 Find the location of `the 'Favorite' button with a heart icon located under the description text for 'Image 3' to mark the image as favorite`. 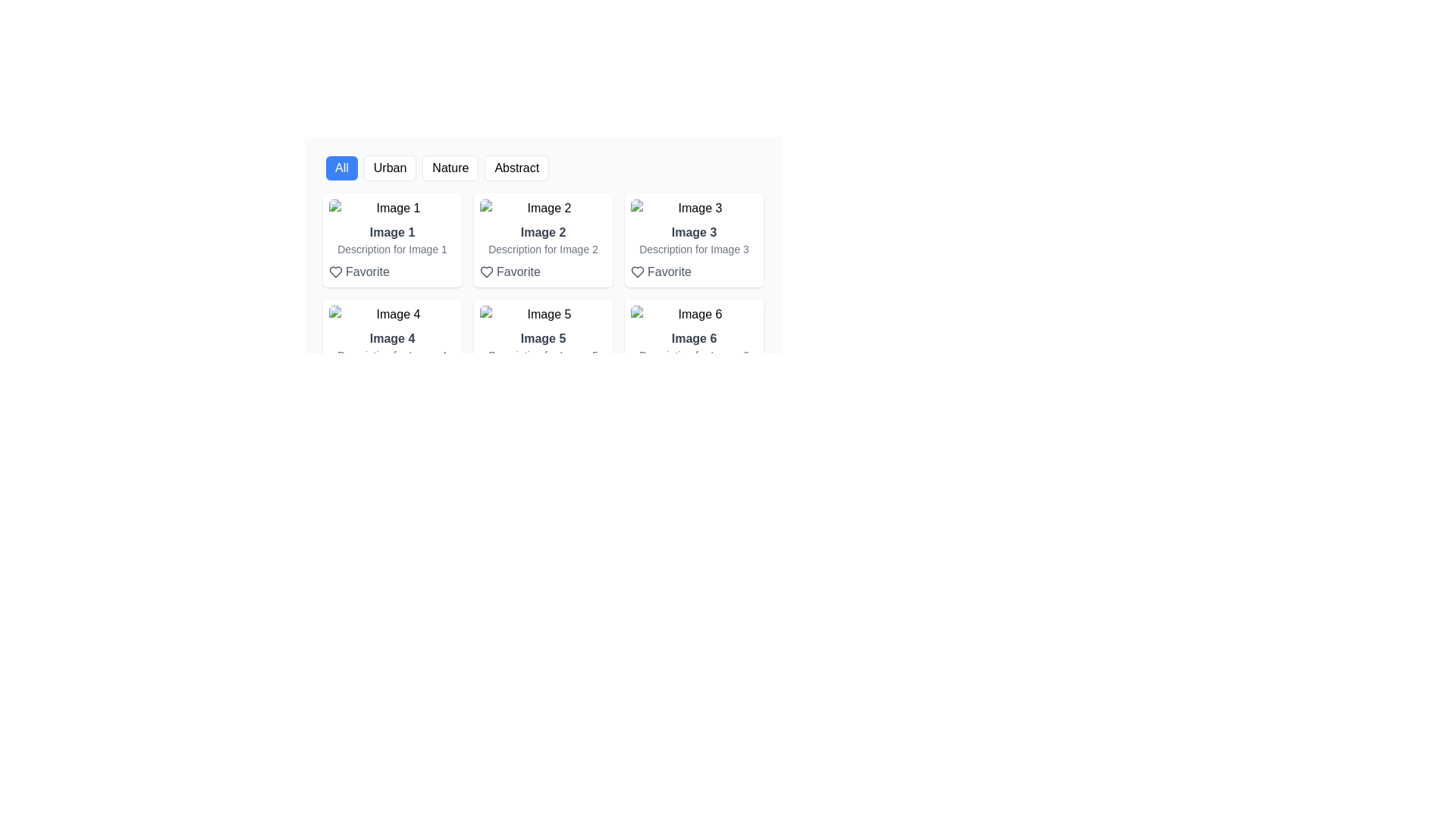

the 'Favorite' button with a heart icon located under the description text for 'Image 3' to mark the image as favorite is located at coordinates (661, 271).